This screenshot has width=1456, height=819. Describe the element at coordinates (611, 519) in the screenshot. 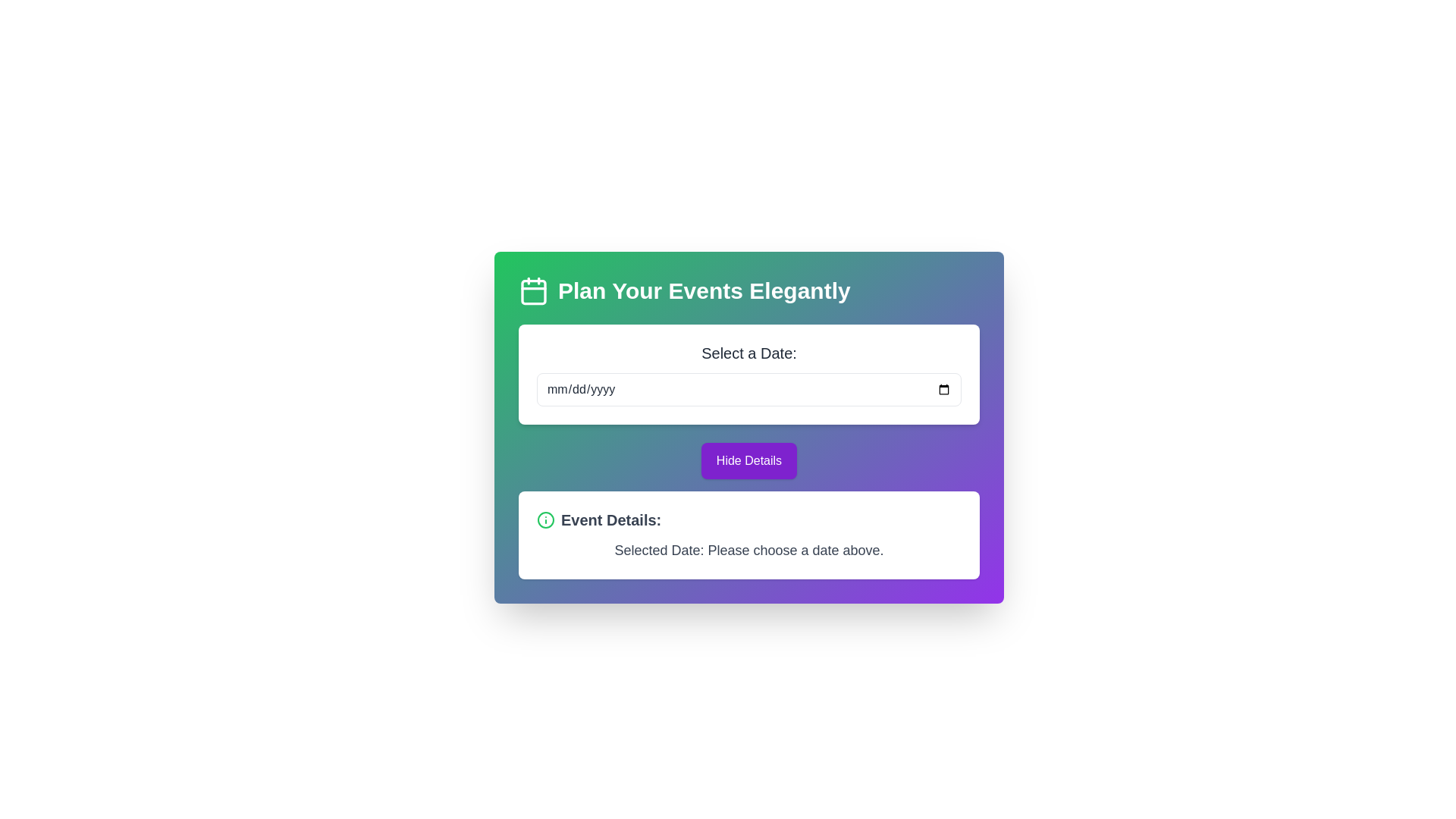

I see `the text label positioned below the purple 'Hide Details' button, which serves as a heading for the details section` at that location.